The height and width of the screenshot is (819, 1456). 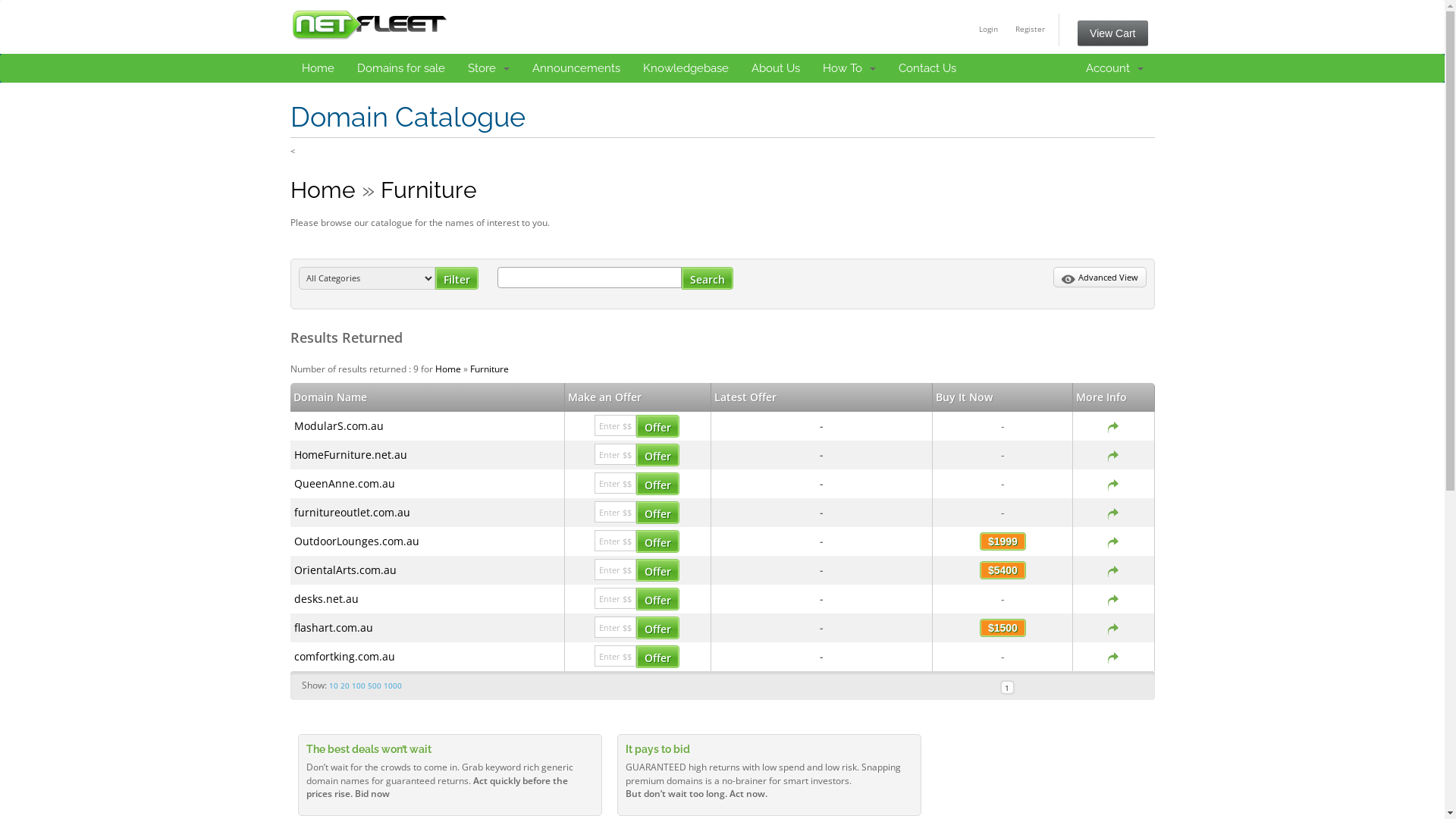 I want to click on 'Home', so click(x=447, y=369).